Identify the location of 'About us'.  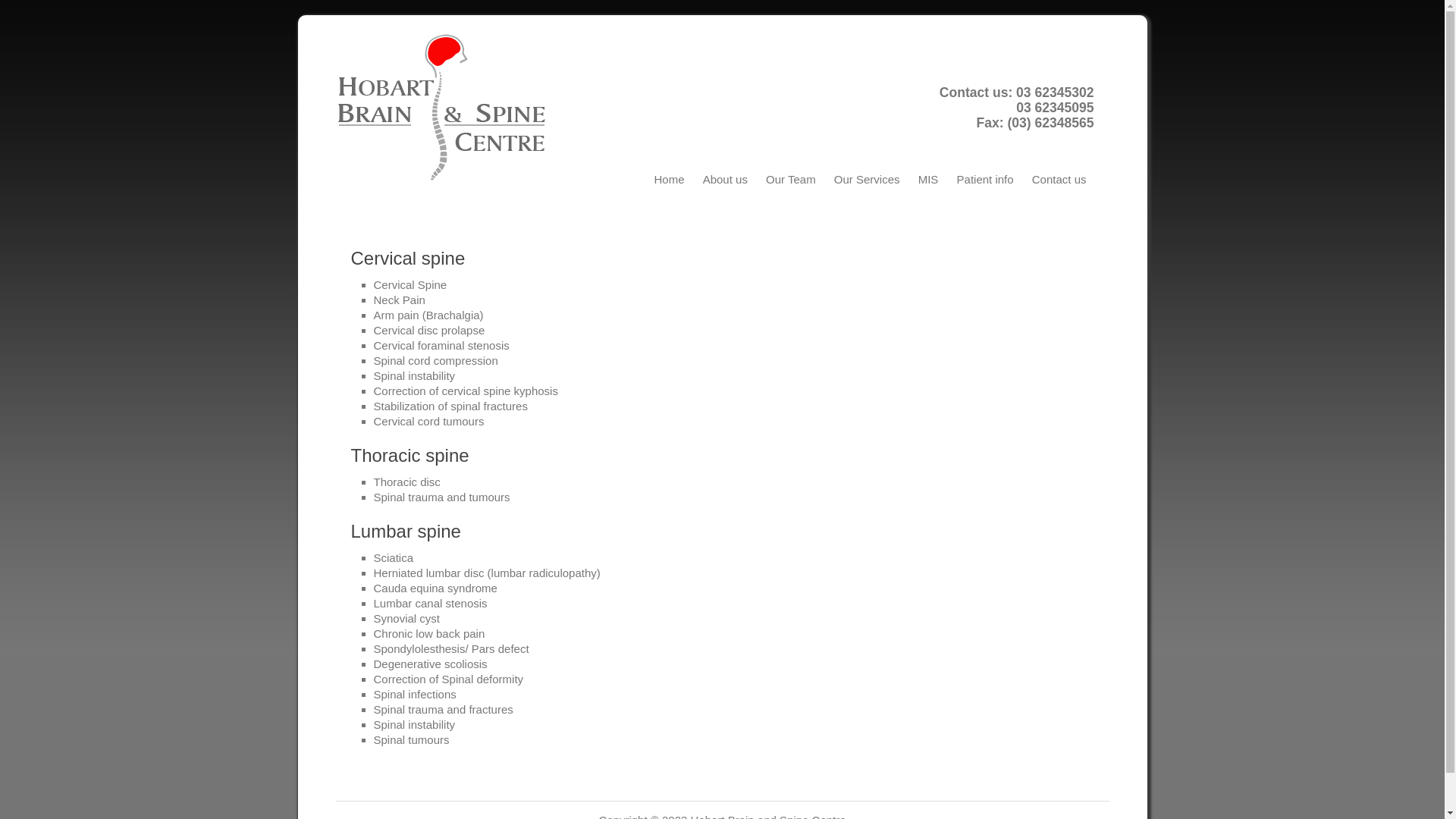
(724, 178).